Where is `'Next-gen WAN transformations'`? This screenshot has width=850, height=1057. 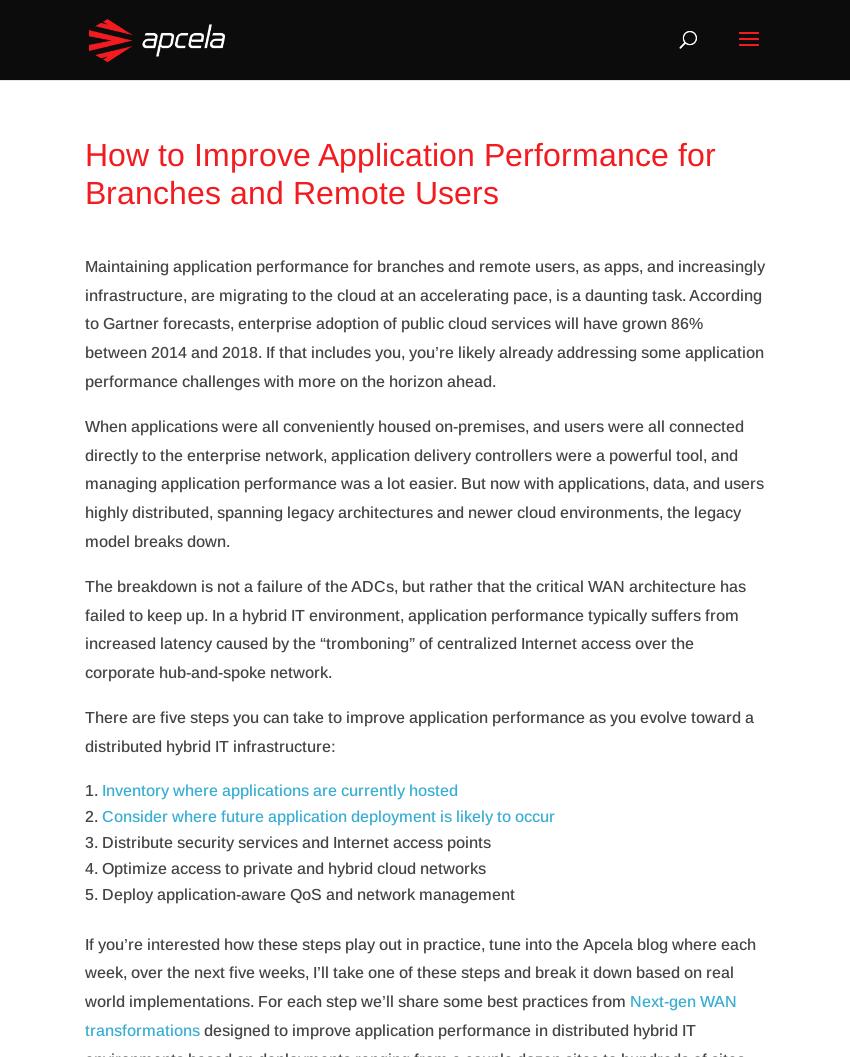
'Next-gen WAN transformations' is located at coordinates (410, 1014).